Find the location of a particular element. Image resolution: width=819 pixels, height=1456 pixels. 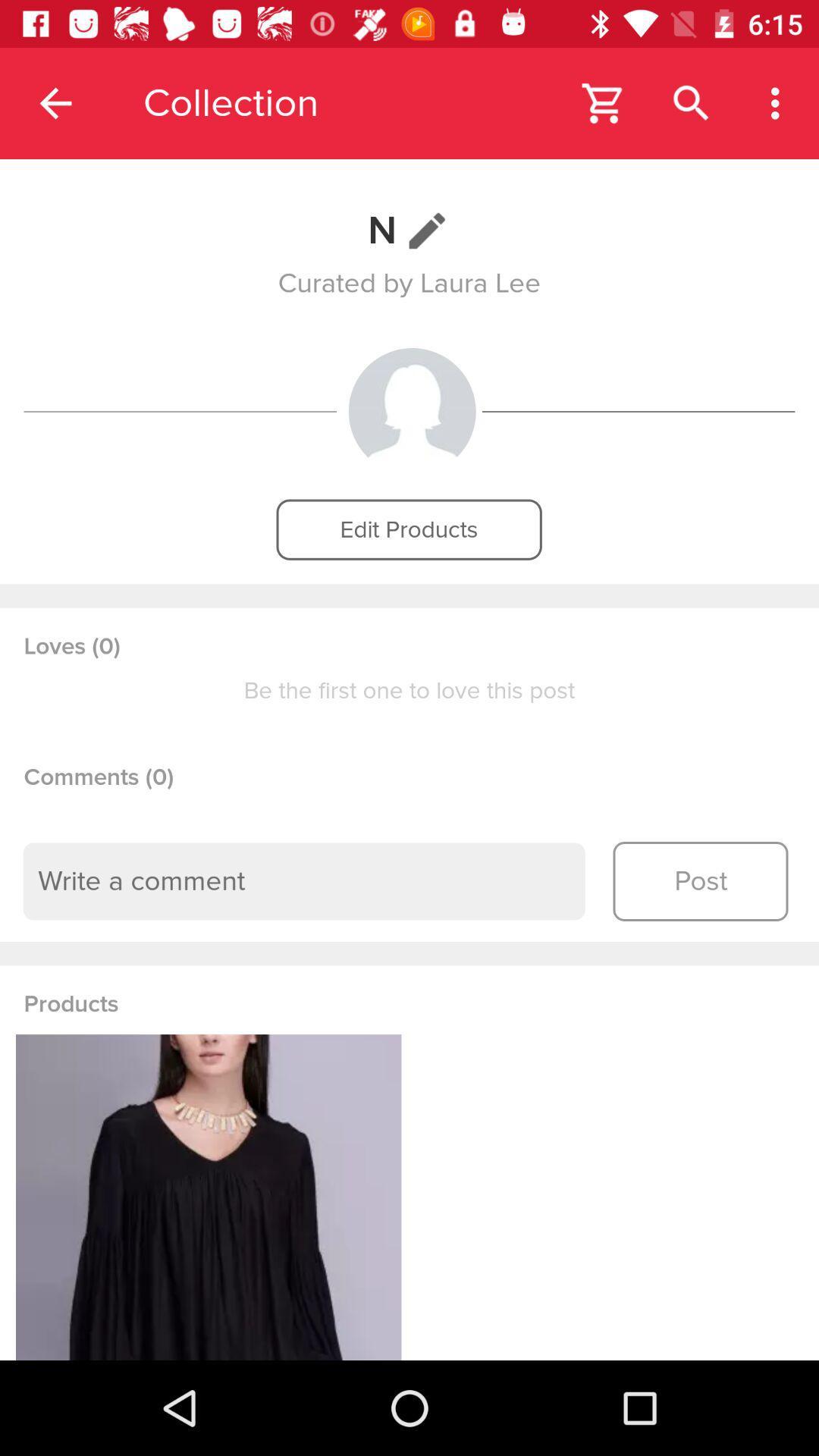

the icon above the loves (0) icon is located at coordinates (408, 529).